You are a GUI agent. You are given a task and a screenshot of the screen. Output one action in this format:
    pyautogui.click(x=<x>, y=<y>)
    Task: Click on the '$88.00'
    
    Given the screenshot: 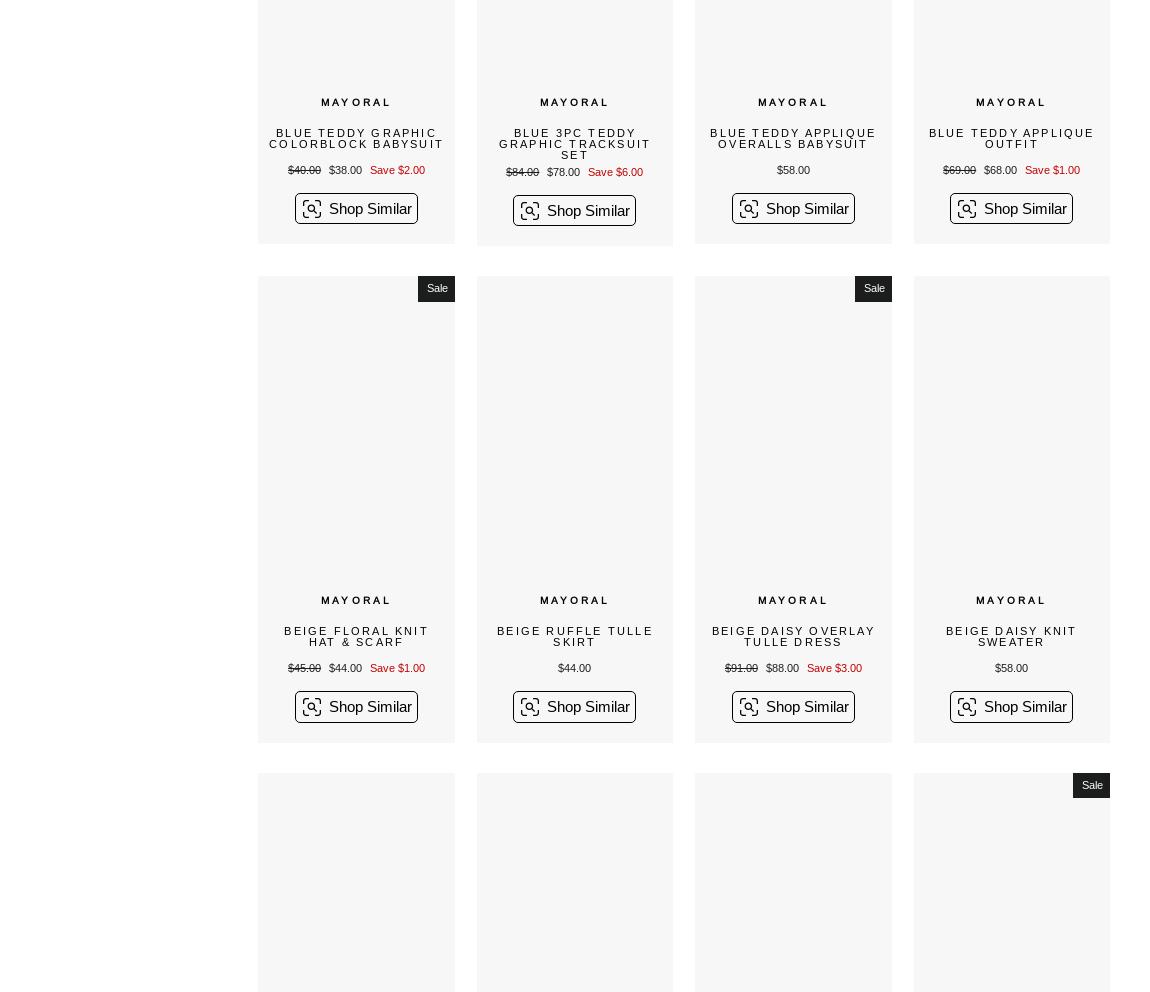 What is the action you would take?
    pyautogui.click(x=763, y=666)
    